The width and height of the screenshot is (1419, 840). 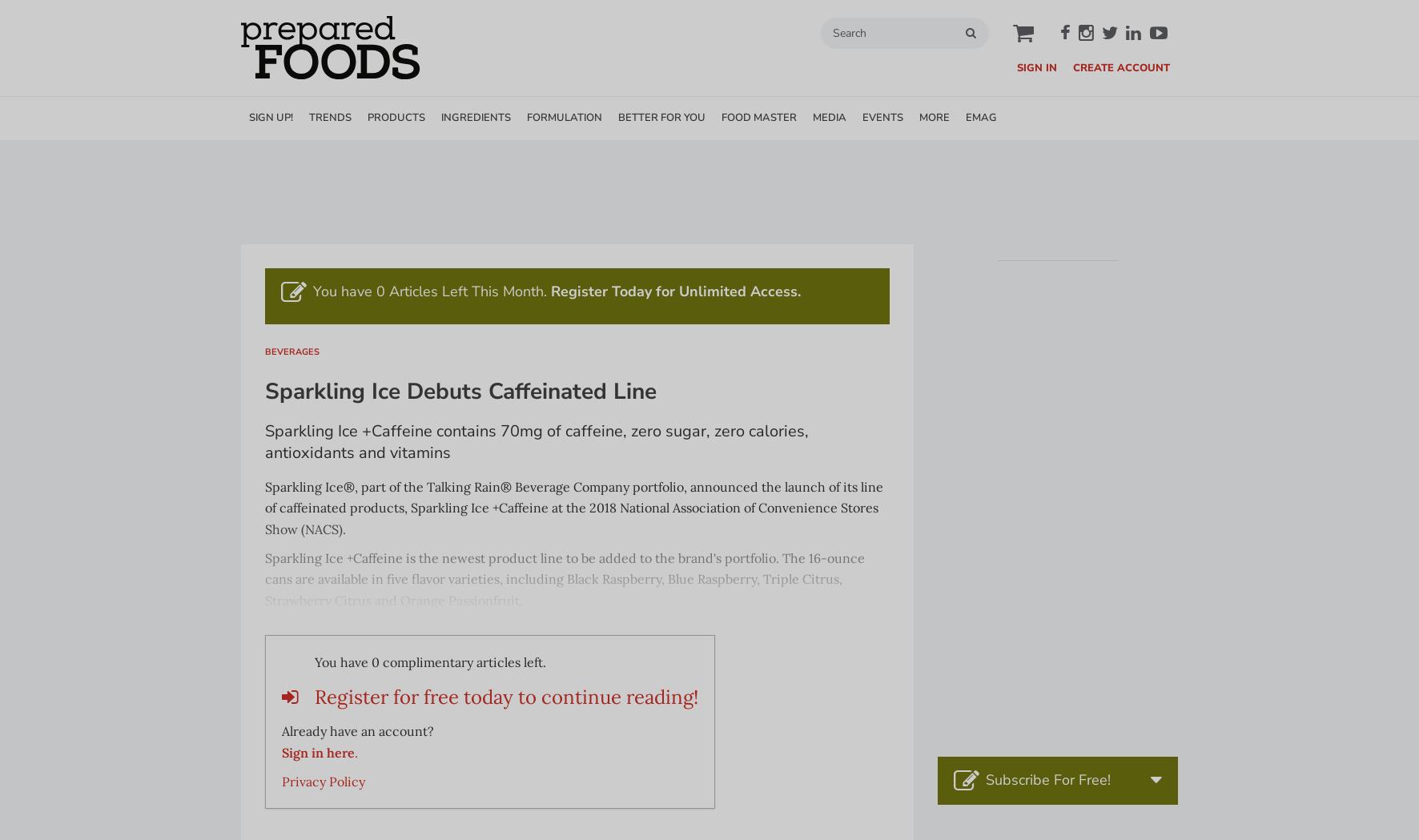 I want to click on '.', so click(x=355, y=751).